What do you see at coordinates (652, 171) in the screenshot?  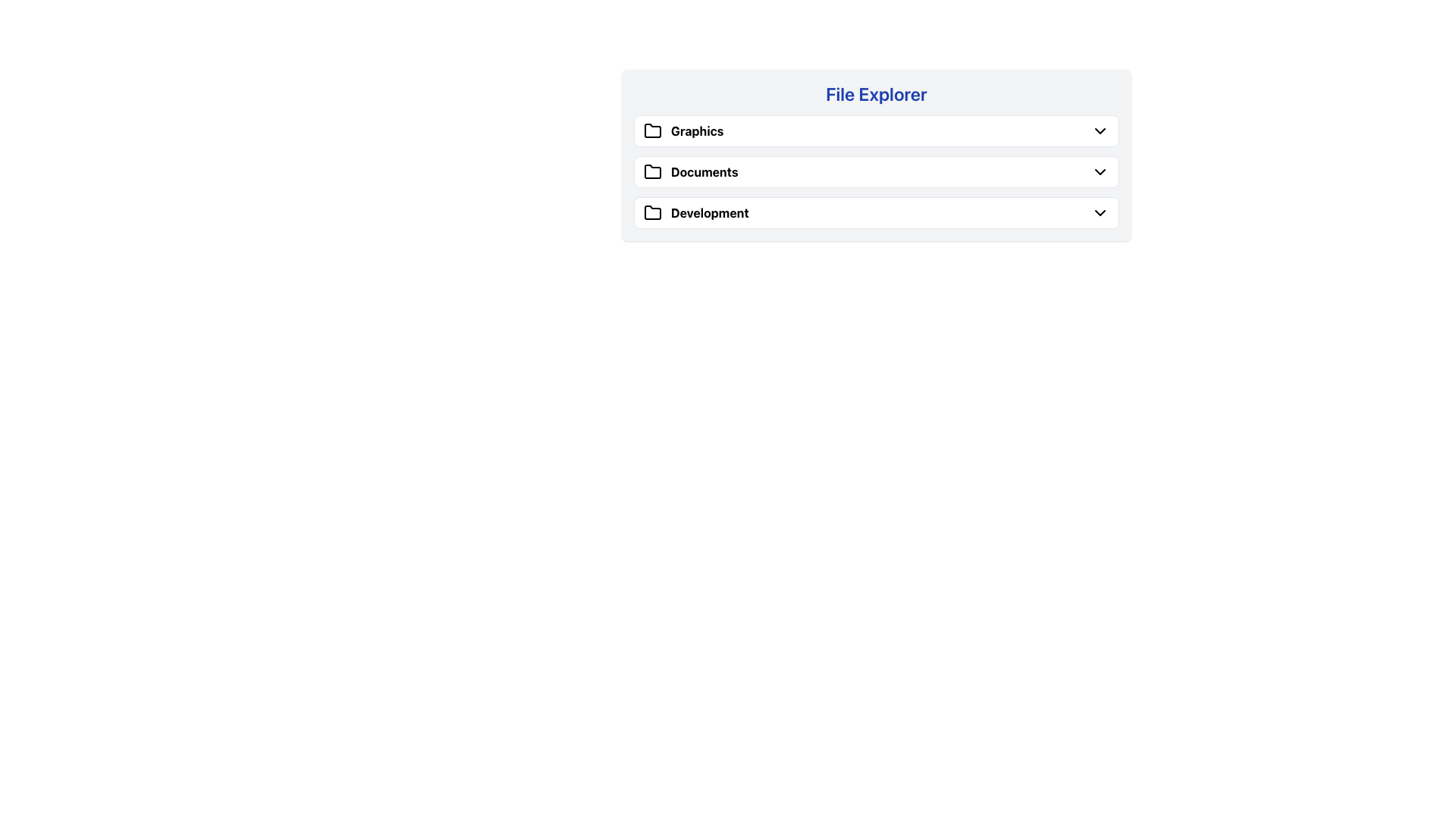 I see `the 'Documents' folder icon located within the file explorer interface` at bounding box center [652, 171].